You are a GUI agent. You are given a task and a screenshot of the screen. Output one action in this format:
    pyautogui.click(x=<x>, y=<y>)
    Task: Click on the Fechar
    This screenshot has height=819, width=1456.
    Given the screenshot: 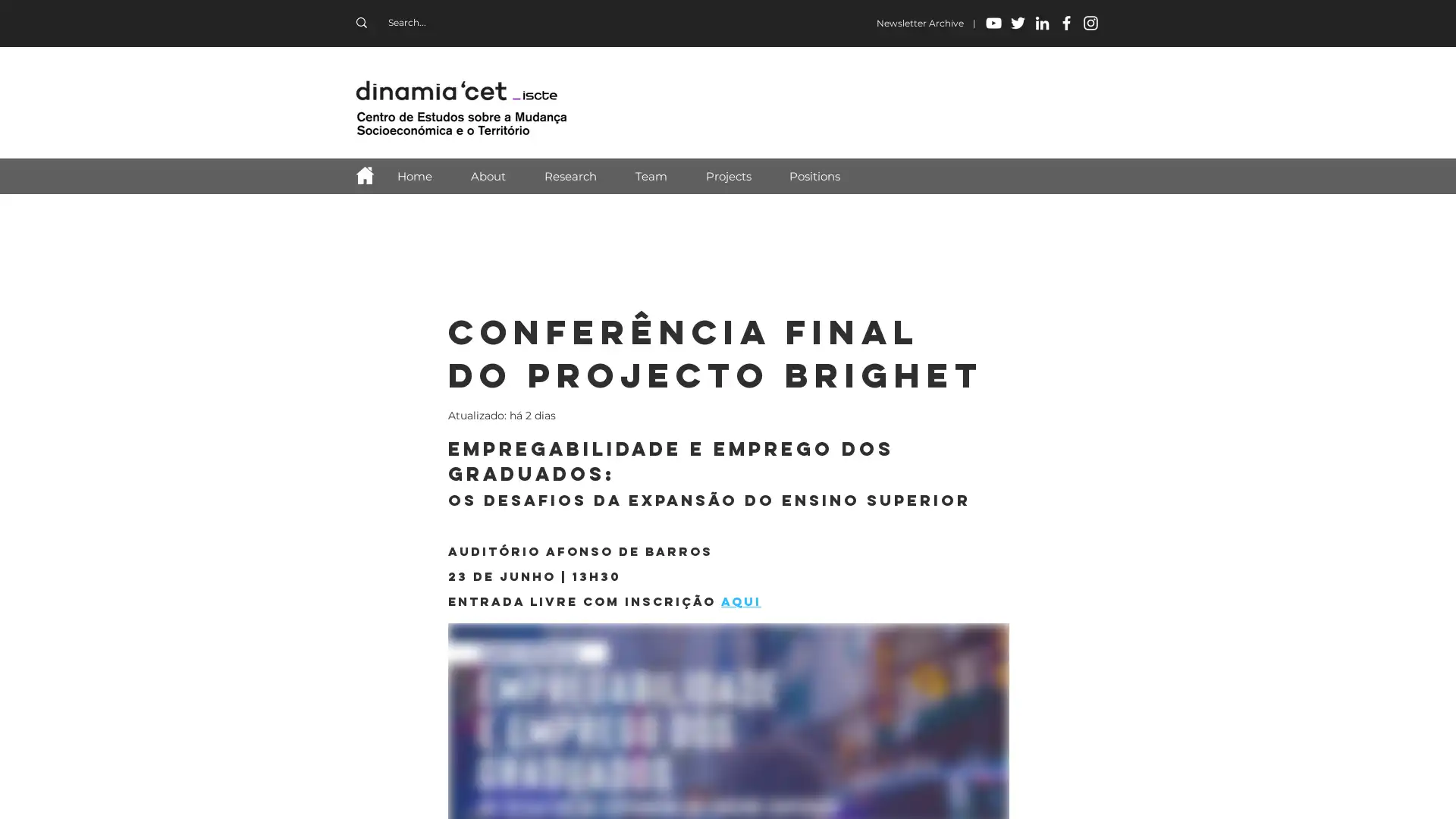 What is the action you would take?
    pyautogui.click(x=1437, y=794)
    